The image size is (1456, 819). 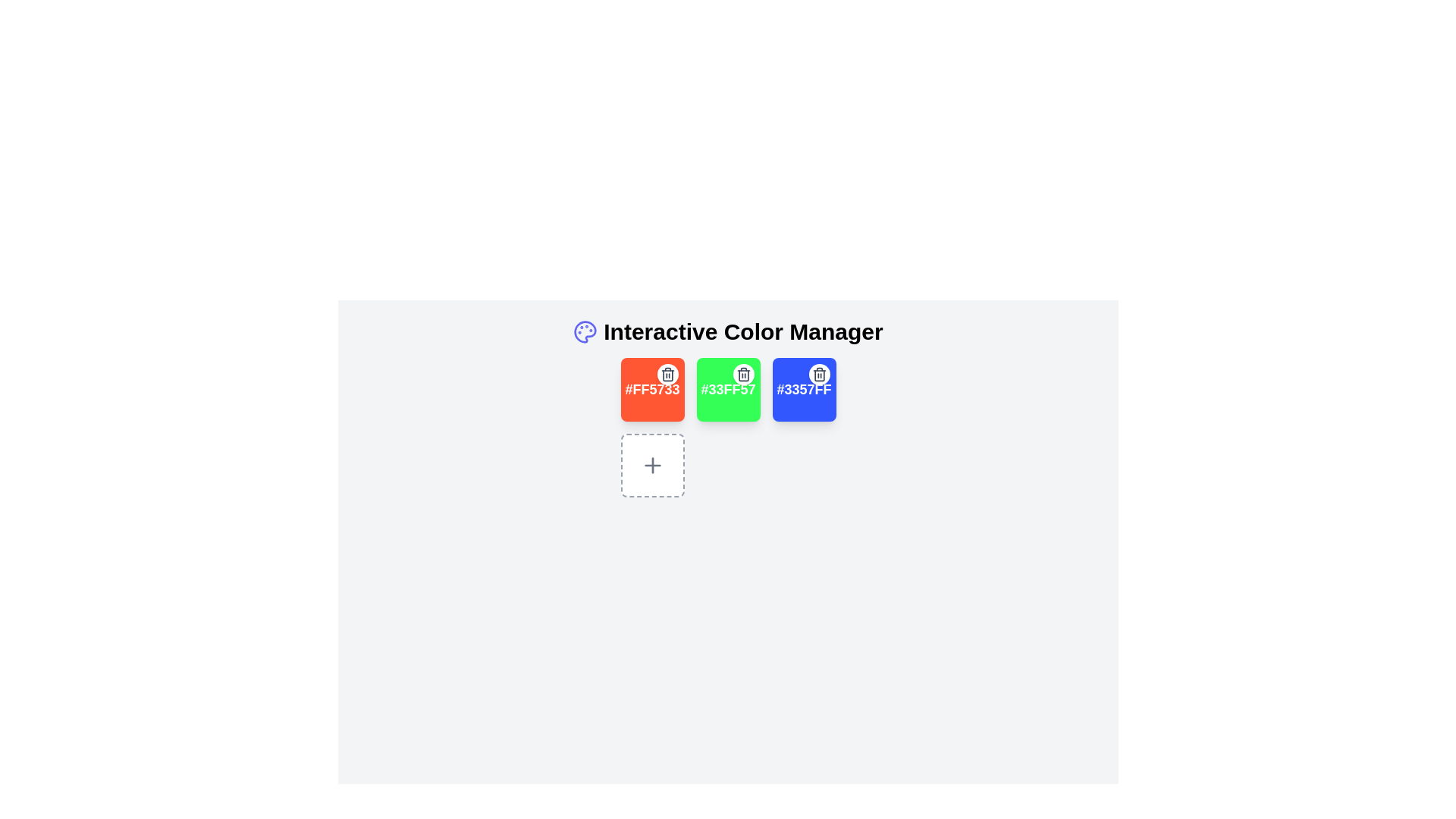 What do you see at coordinates (743, 374) in the screenshot?
I see `the delete button located at the top-right corner inside the green card labeled '#33FF57'` at bounding box center [743, 374].